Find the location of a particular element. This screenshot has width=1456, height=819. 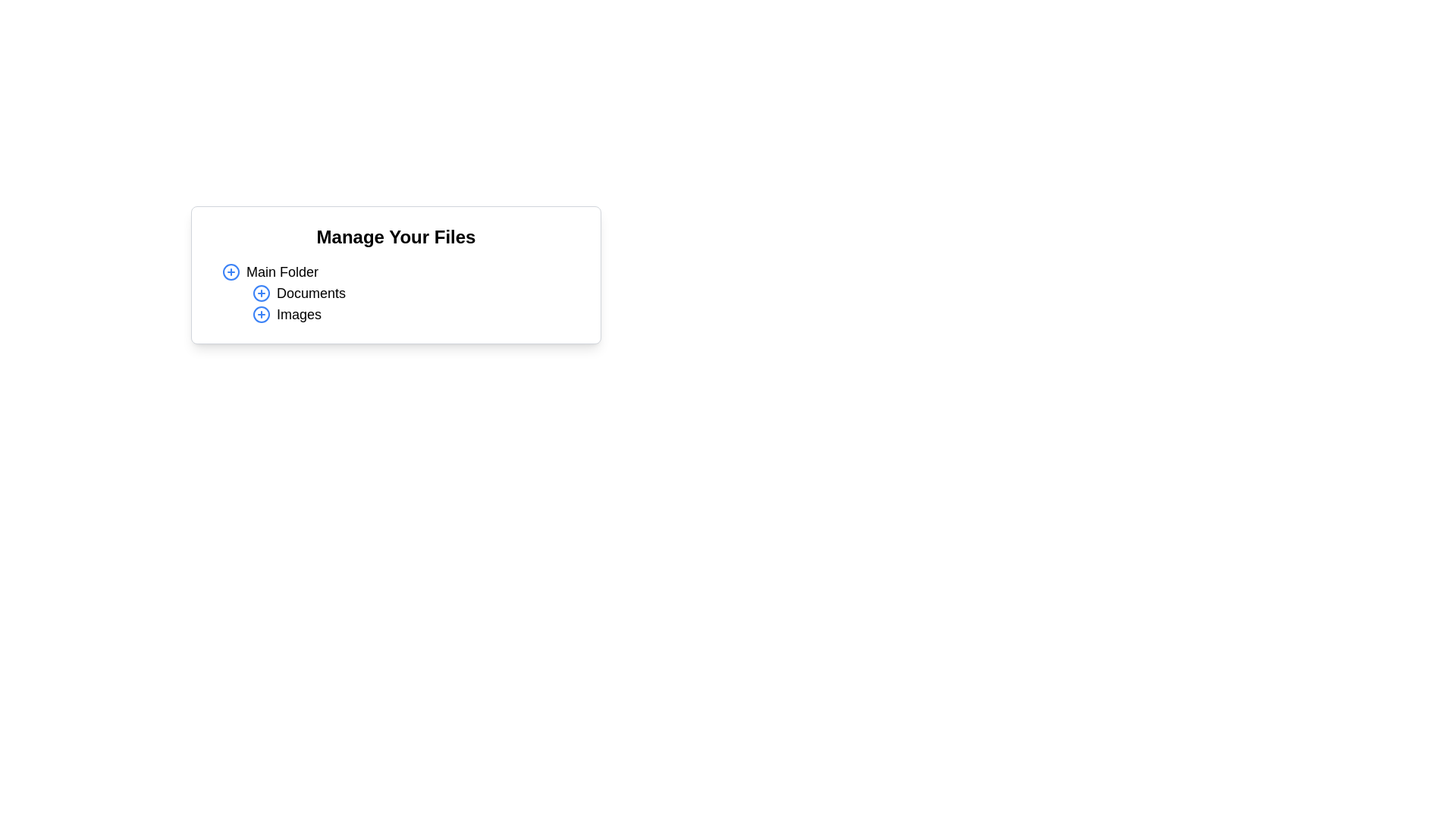

the text label for the 'Documents' folder, which is the second item under 'Manage Your Files' and is aligned with a folder icon is located at coordinates (310, 293).